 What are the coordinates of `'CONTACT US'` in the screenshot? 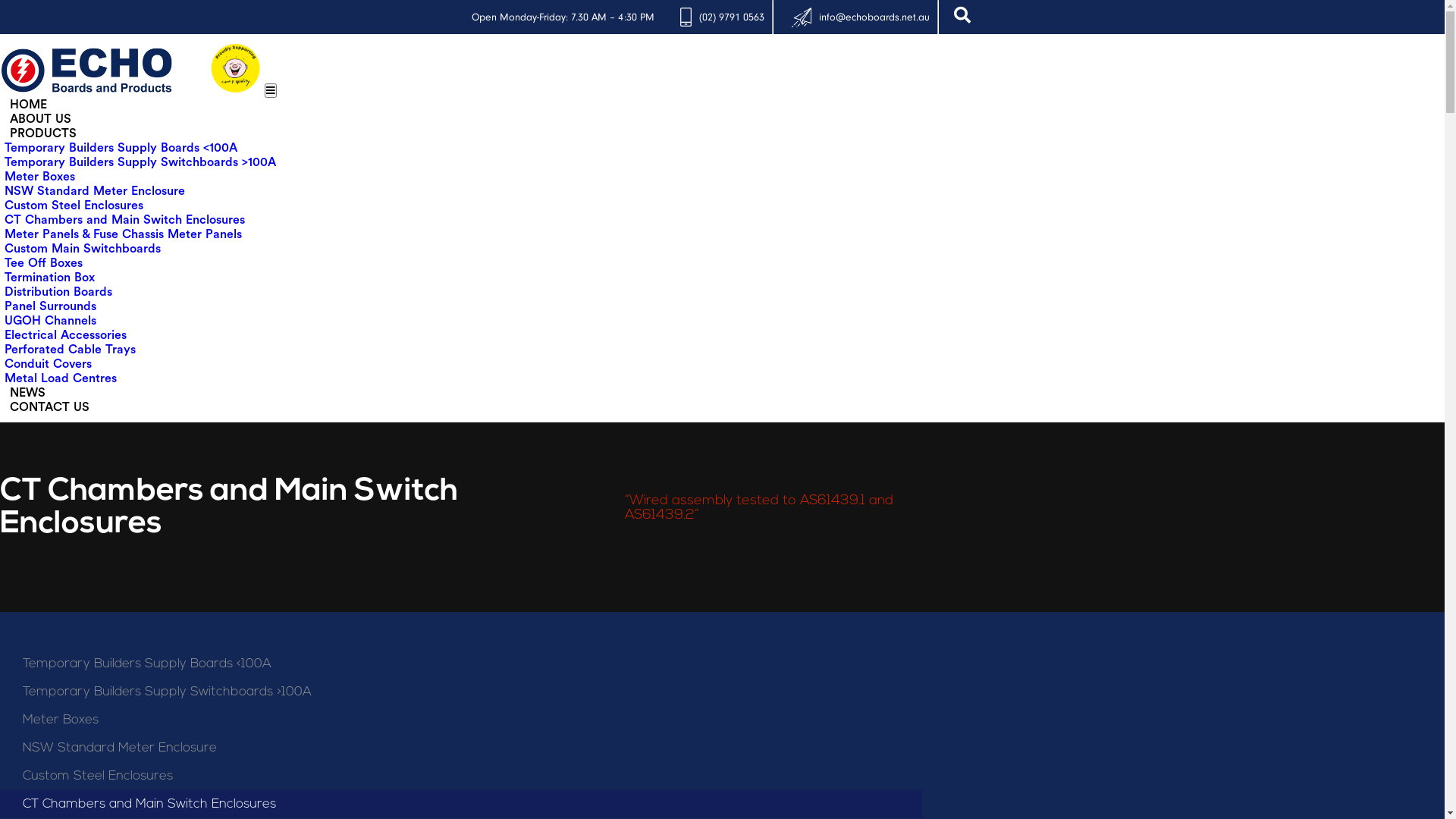 It's located at (49, 406).